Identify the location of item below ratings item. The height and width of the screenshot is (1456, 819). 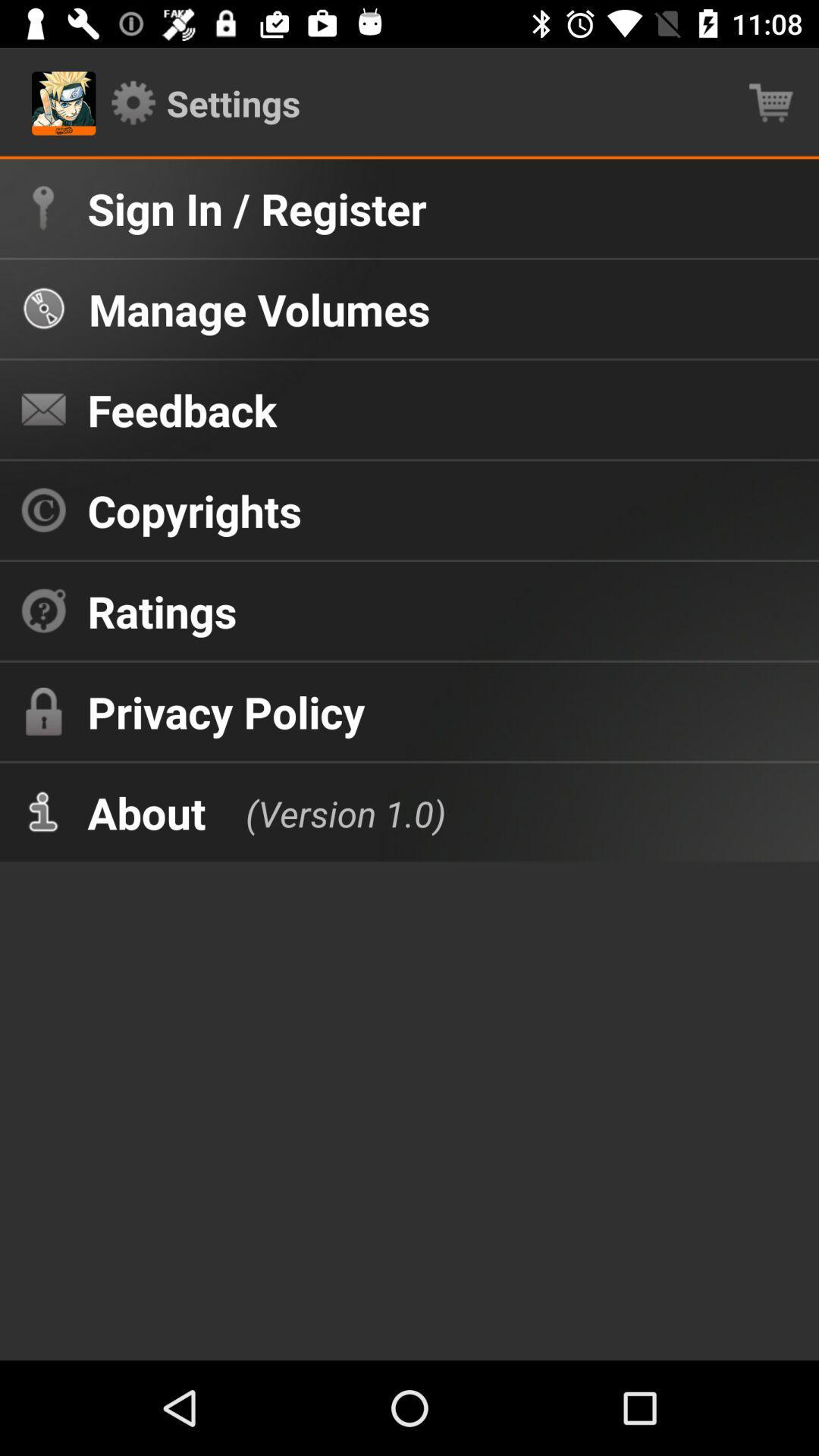
(226, 711).